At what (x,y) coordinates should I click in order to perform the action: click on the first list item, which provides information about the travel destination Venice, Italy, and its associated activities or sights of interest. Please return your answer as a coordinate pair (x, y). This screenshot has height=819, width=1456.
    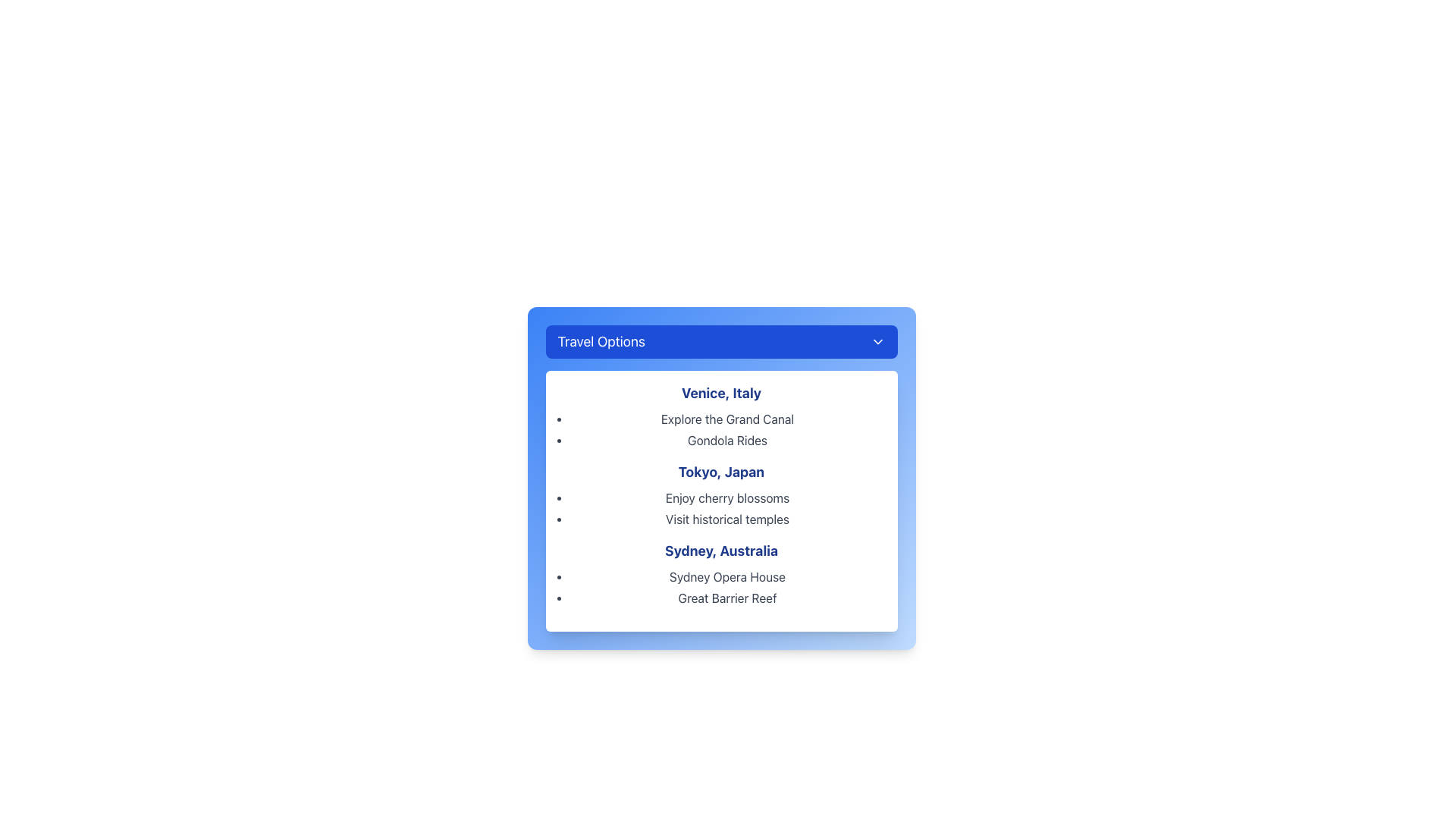
    Looking at the image, I should click on (720, 416).